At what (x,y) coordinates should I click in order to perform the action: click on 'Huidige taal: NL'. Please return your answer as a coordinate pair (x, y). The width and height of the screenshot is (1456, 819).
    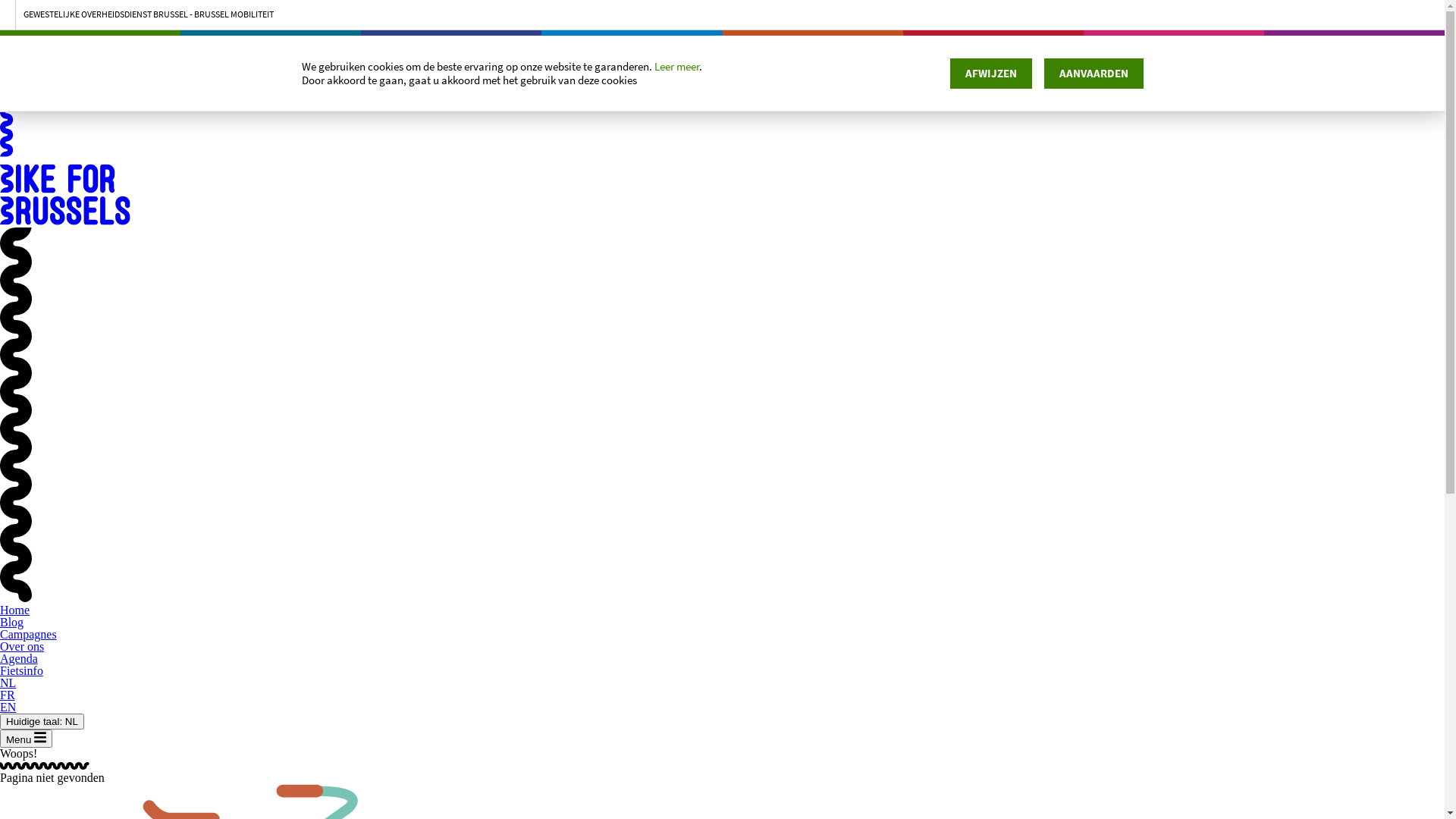
    Looking at the image, I should click on (42, 720).